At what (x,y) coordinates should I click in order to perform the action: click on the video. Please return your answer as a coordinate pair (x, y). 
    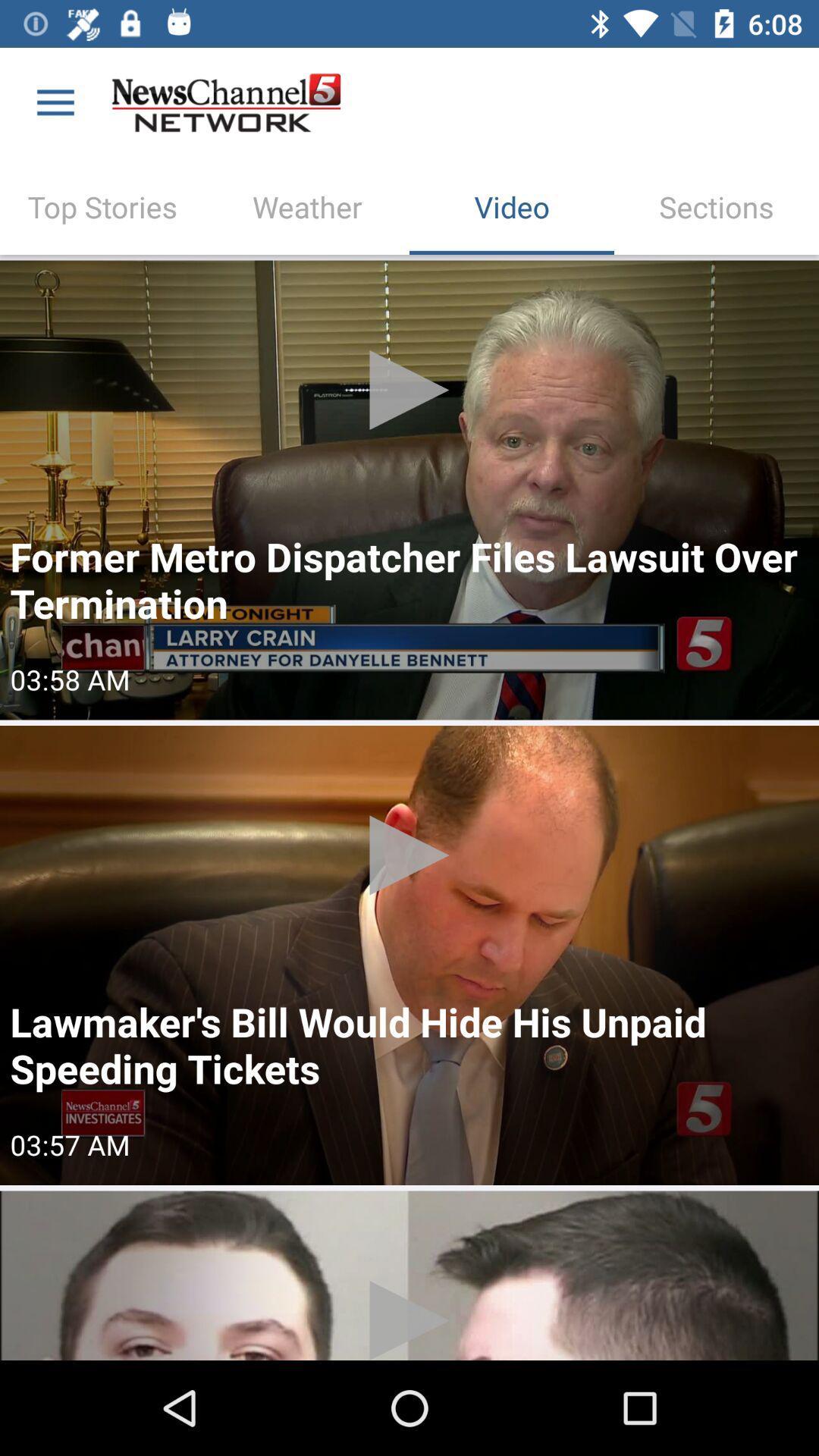
    Looking at the image, I should click on (409, 490).